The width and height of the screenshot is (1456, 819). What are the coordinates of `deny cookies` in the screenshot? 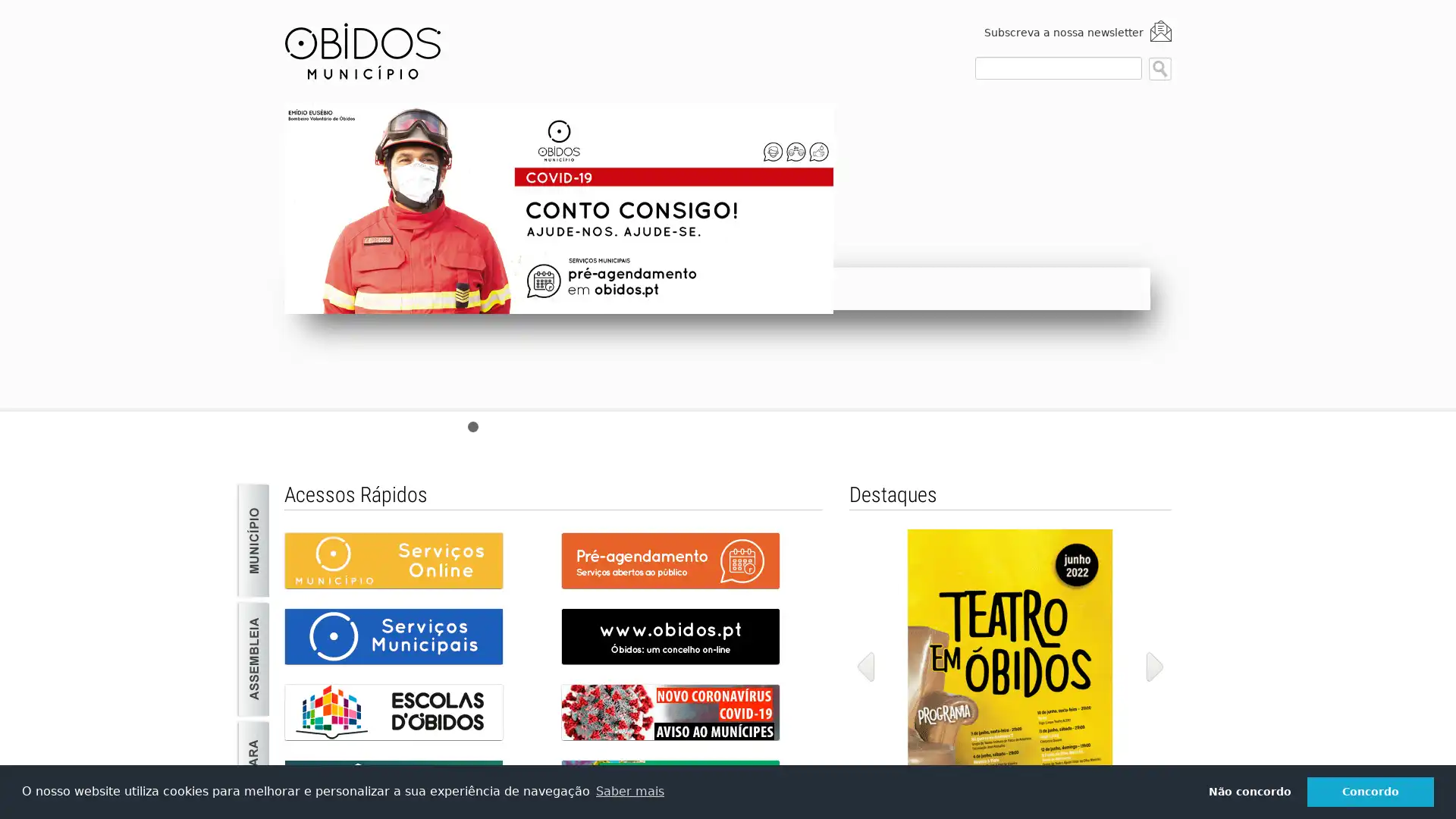 It's located at (1249, 791).